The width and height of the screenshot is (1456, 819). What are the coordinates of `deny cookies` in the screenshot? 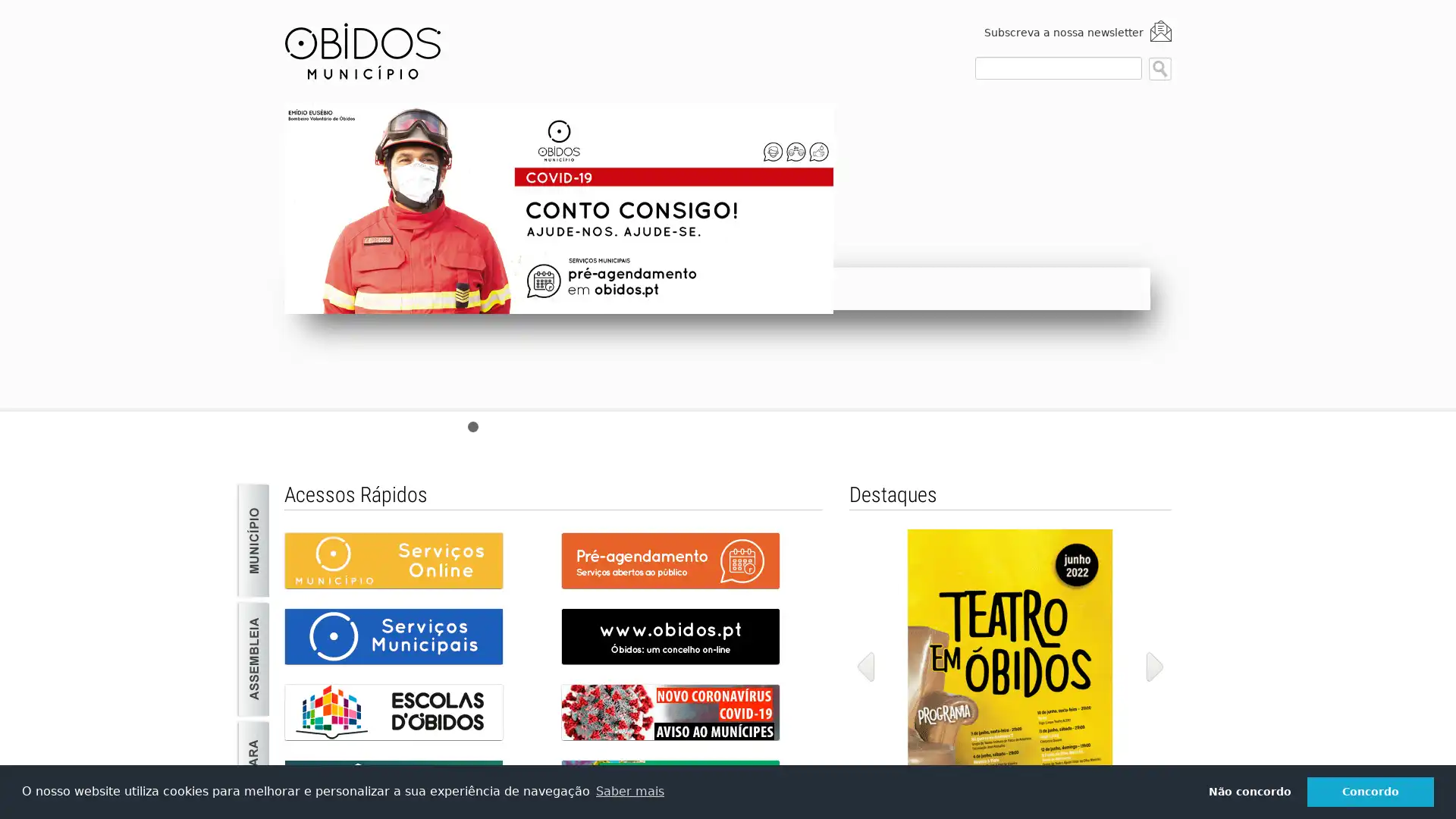 It's located at (1249, 791).